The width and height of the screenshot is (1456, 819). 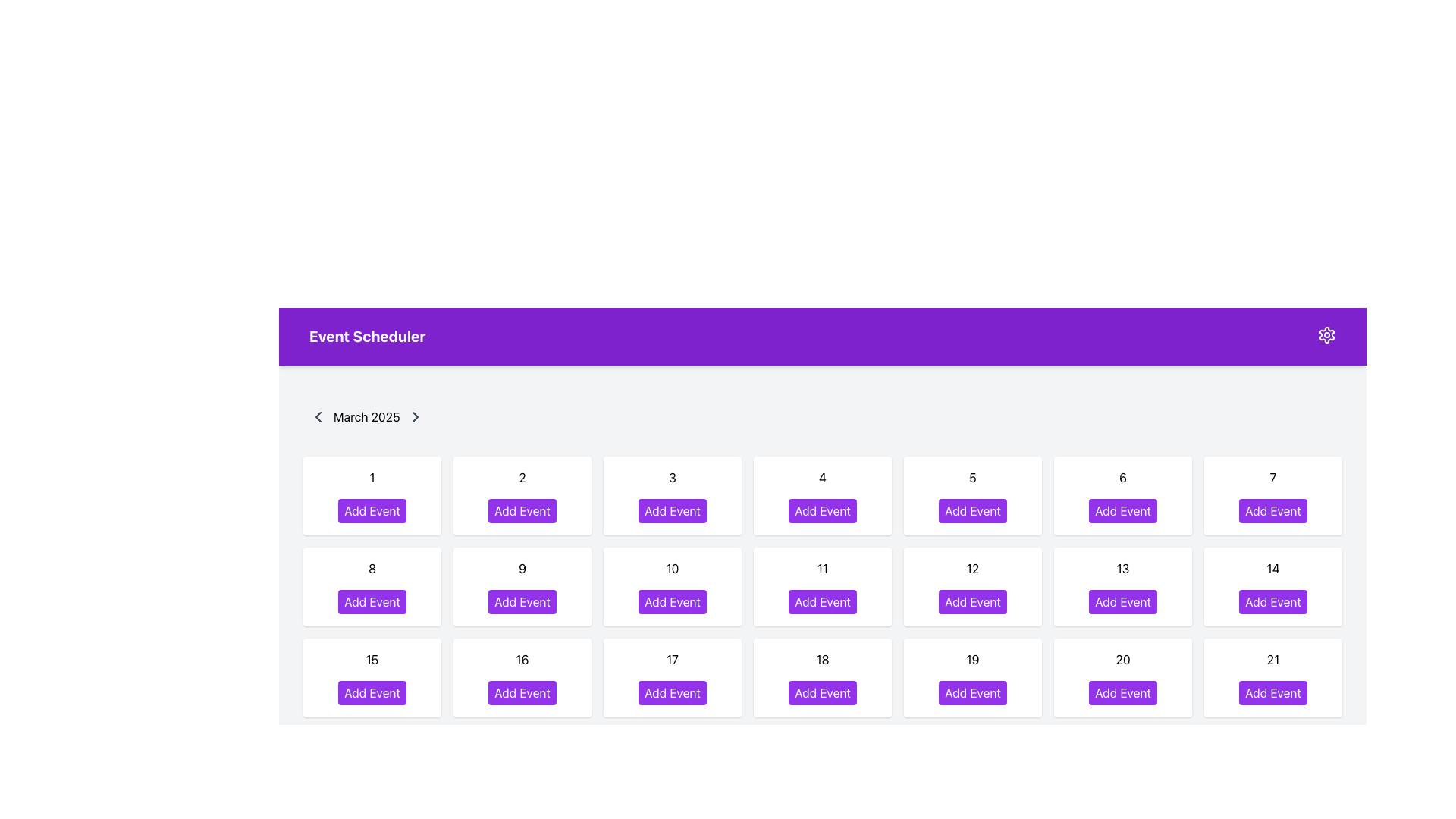 What do you see at coordinates (672, 511) in the screenshot?
I see `the 'Add Event' button located under the date '3' in the calendar interface` at bounding box center [672, 511].